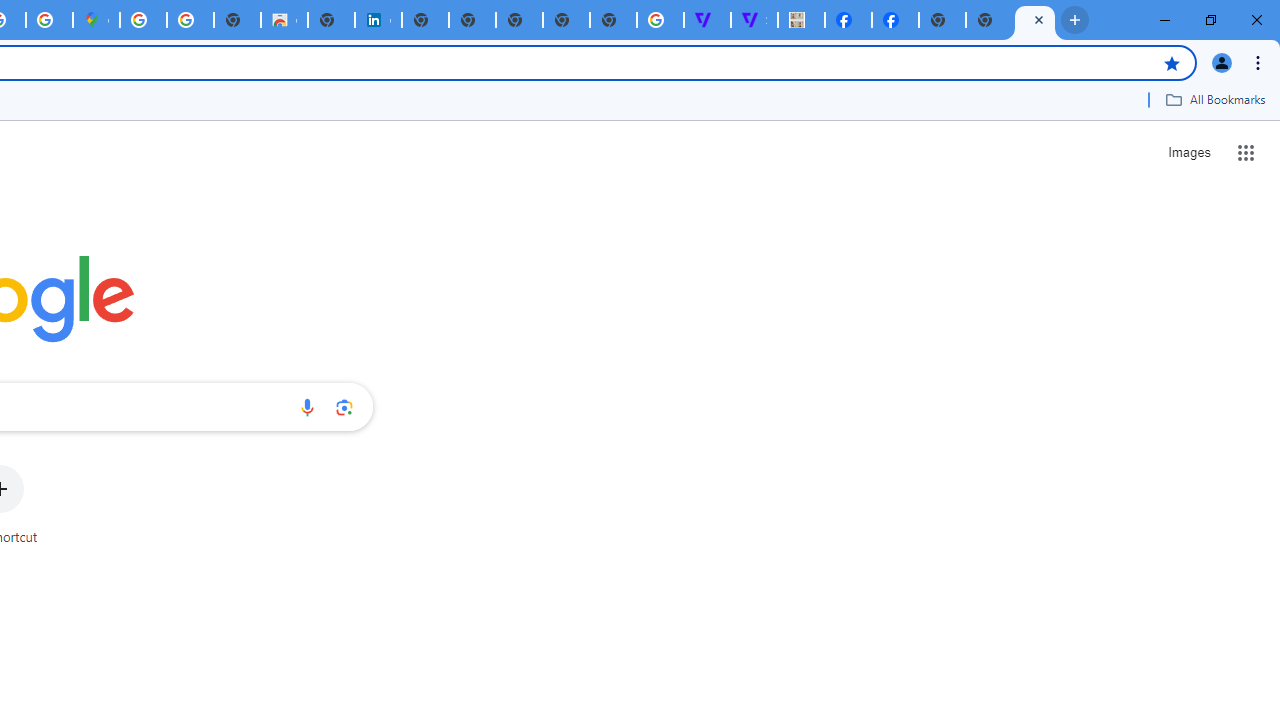  What do you see at coordinates (283, 20) in the screenshot?
I see `'Chrome Web Store'` at bounding box center [283, 20].